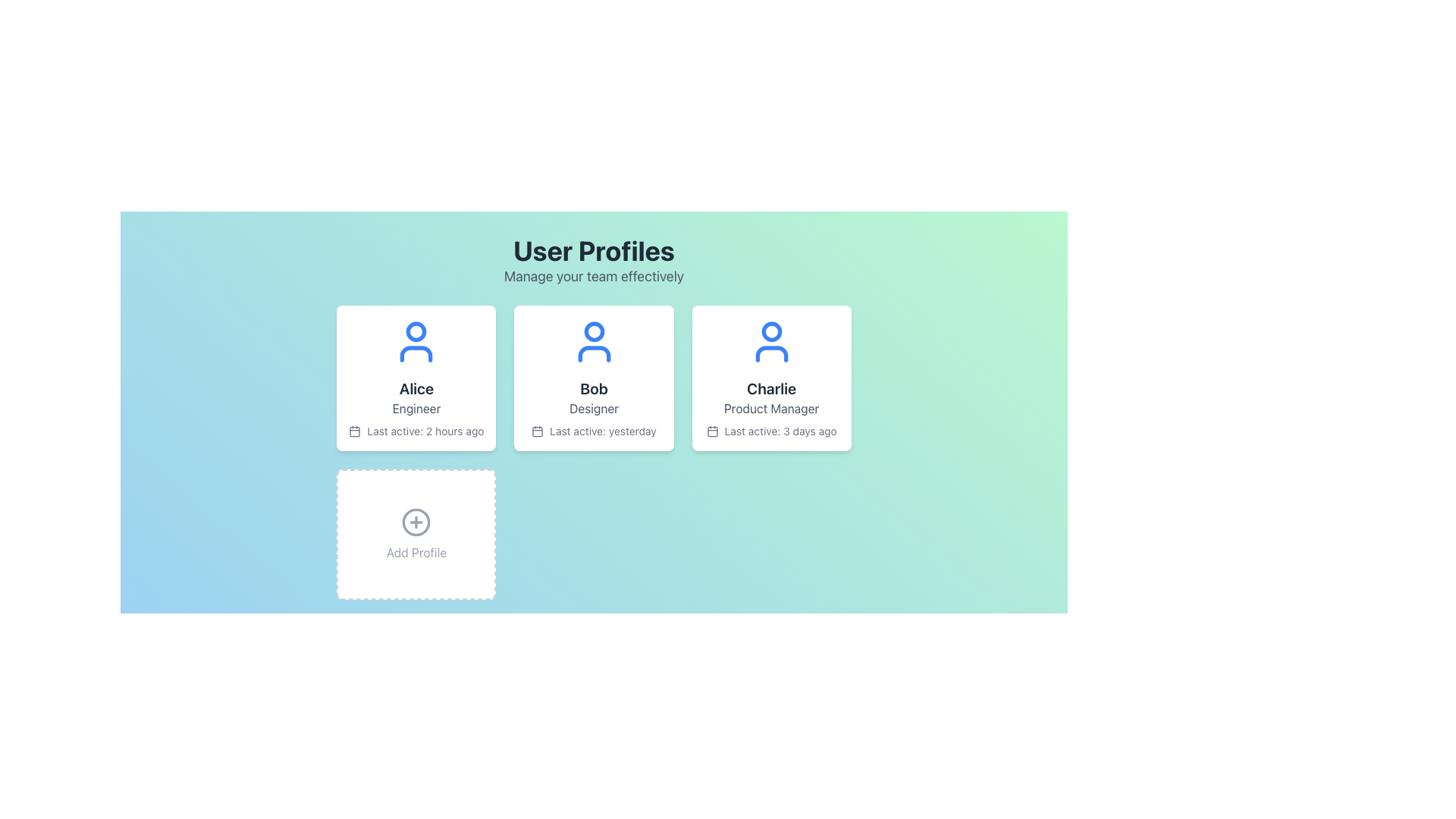 The height and width of the screenshot is (819, 1456). I want to click on the text label displaying the role 'Product Manager' for user Charlie in their profile card, which is located below the name 'Charlie' in the third profile card from the left, so click(771, 408).